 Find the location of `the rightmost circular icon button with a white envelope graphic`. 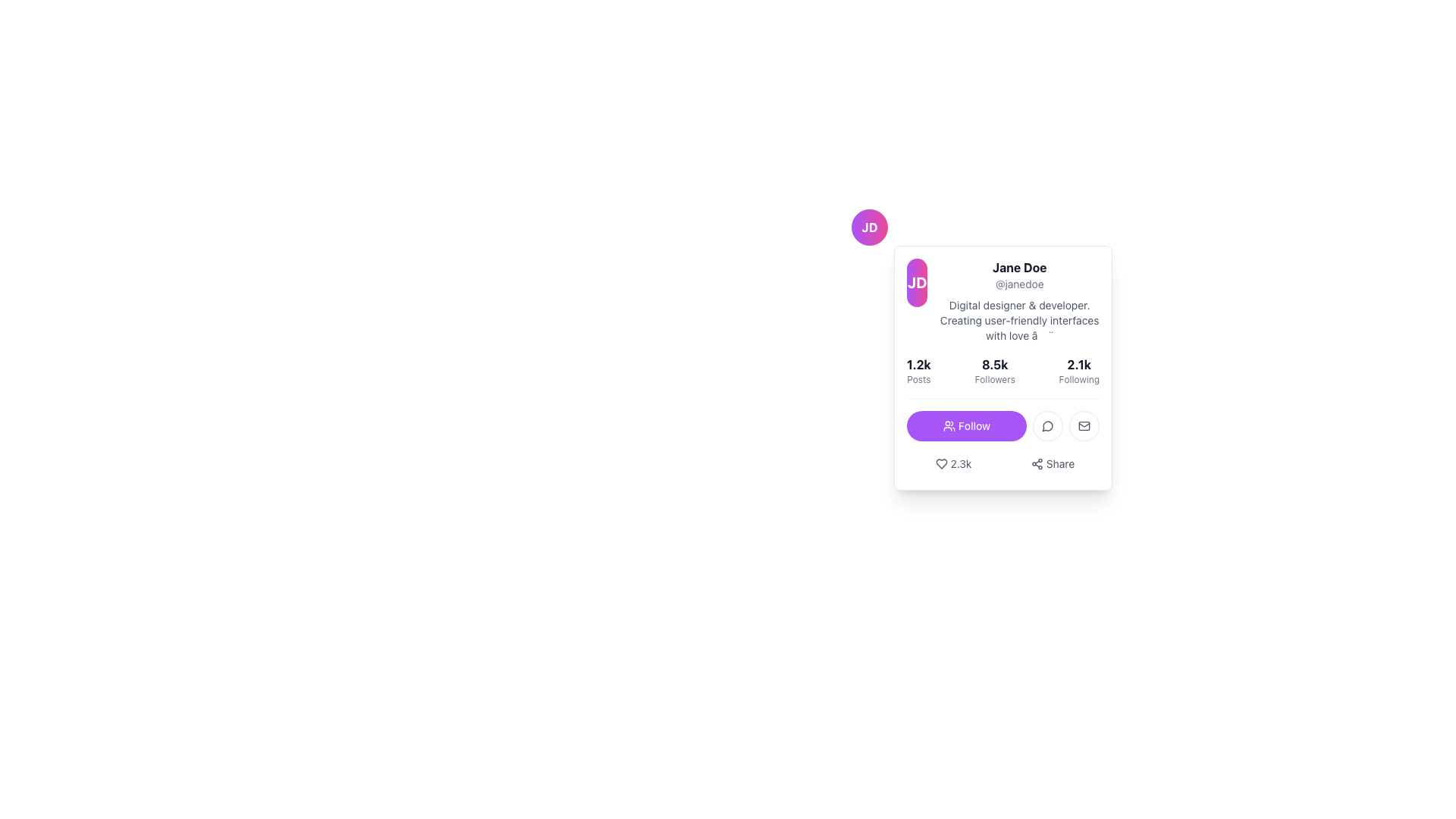

the rightmost circular icon button with a white envelope graphic is located at coordinates (1084, 426).